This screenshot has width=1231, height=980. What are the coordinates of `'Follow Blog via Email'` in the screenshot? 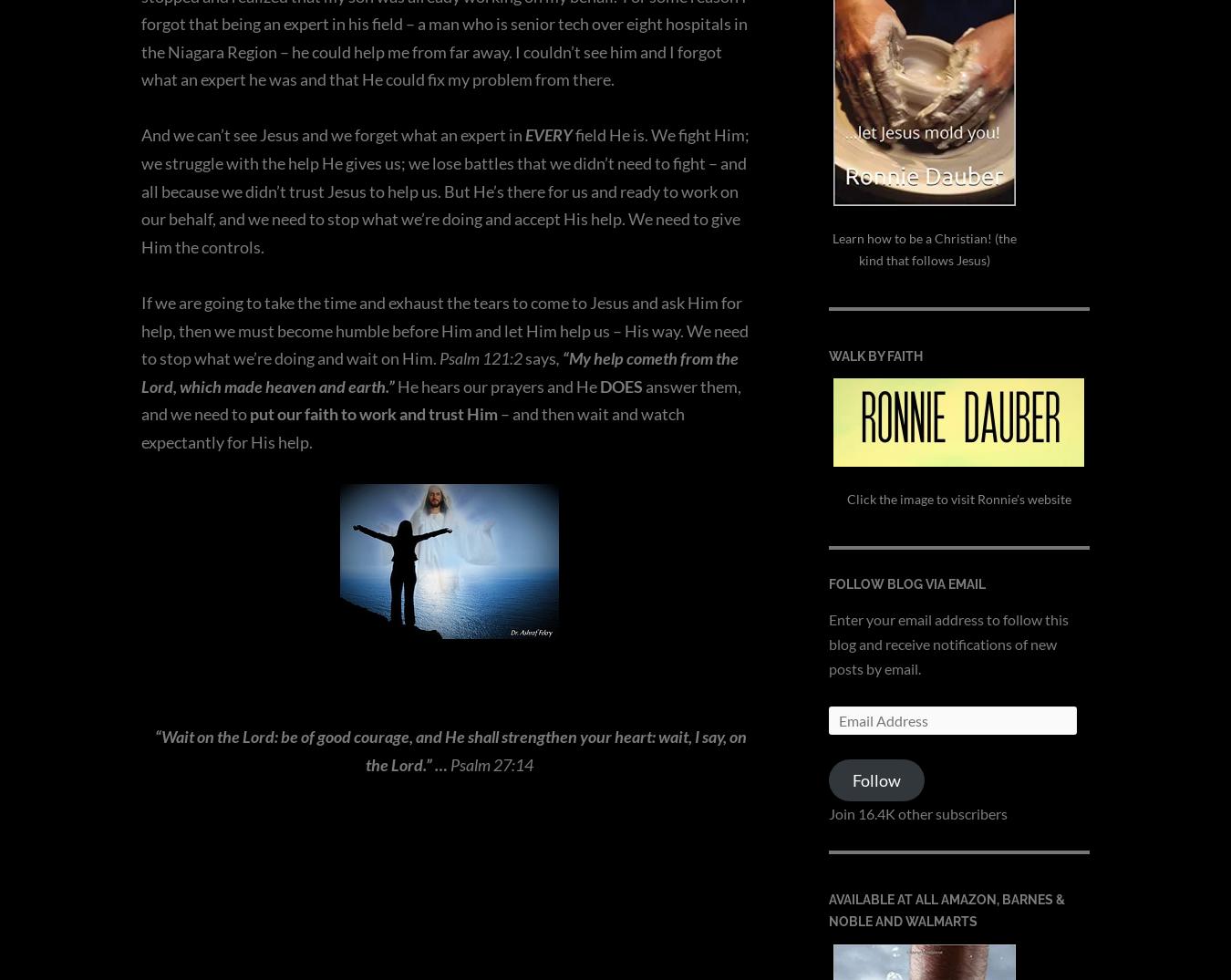 It's located at (905, 584).